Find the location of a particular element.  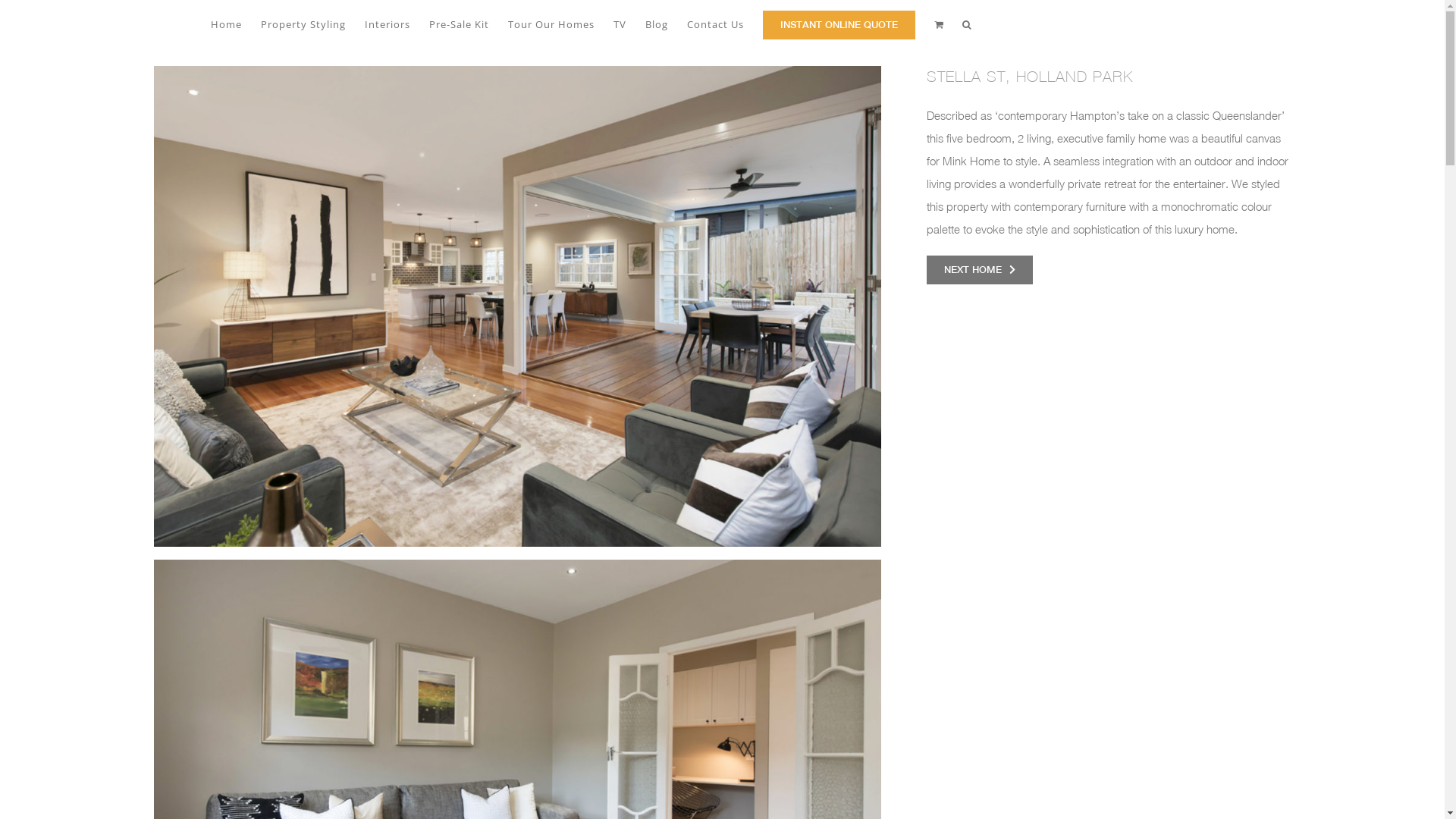

'Interiors' is located at coordinates (386, 23).